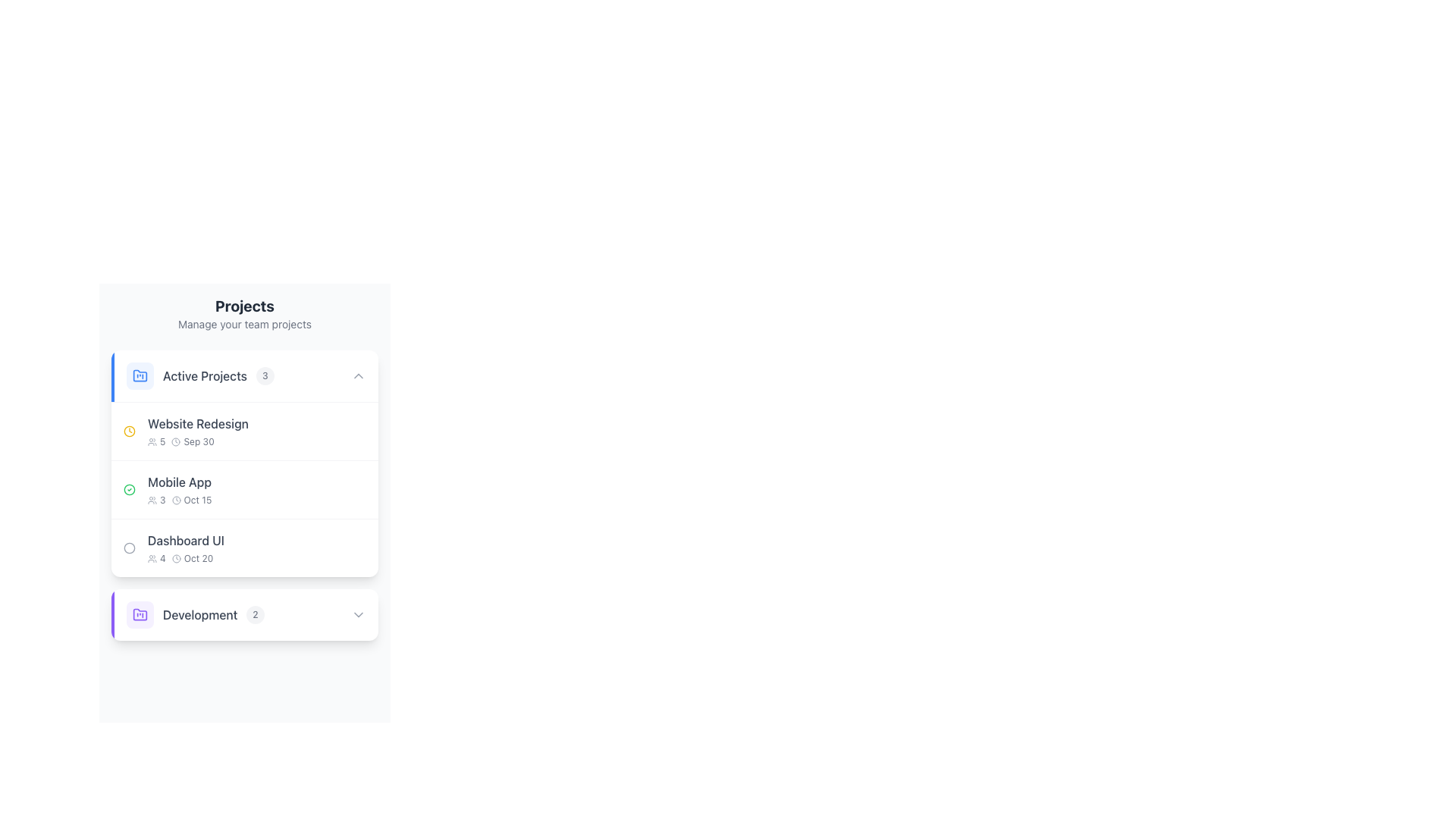 Image resolution: width=1456 pixels, height=819 pixels. I want to click on the small, compact user icon with a minimalist outline style, located in the 'Dashboard UI' row to the left of the number '4', indicating the number of users, so click(152, 558).